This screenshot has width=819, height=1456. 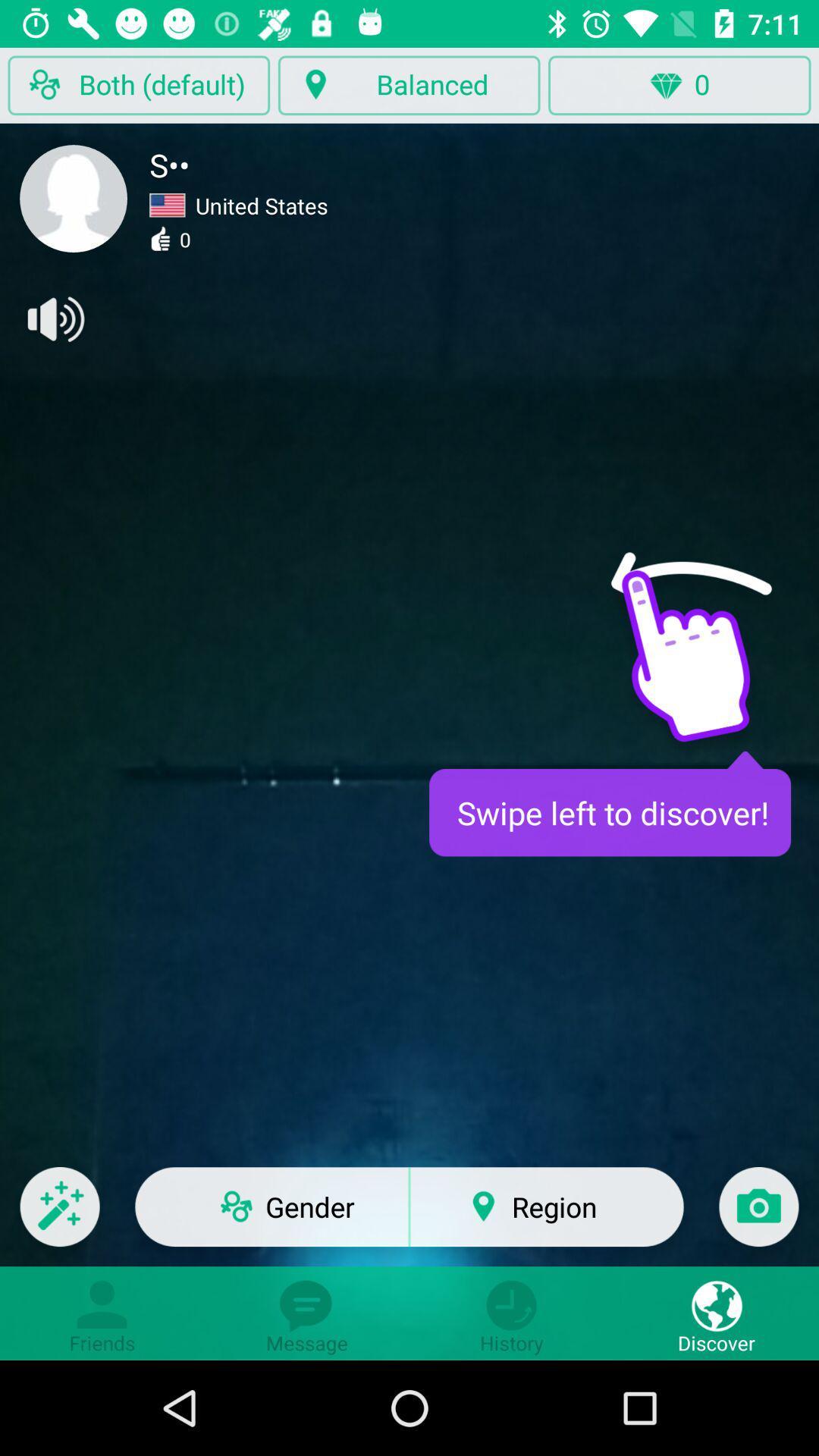 What do you see at coordinates (59, 1216) in the screenshot?
I see `the icon on left to the gender button on the web page` at bounding box center [59, 1216].